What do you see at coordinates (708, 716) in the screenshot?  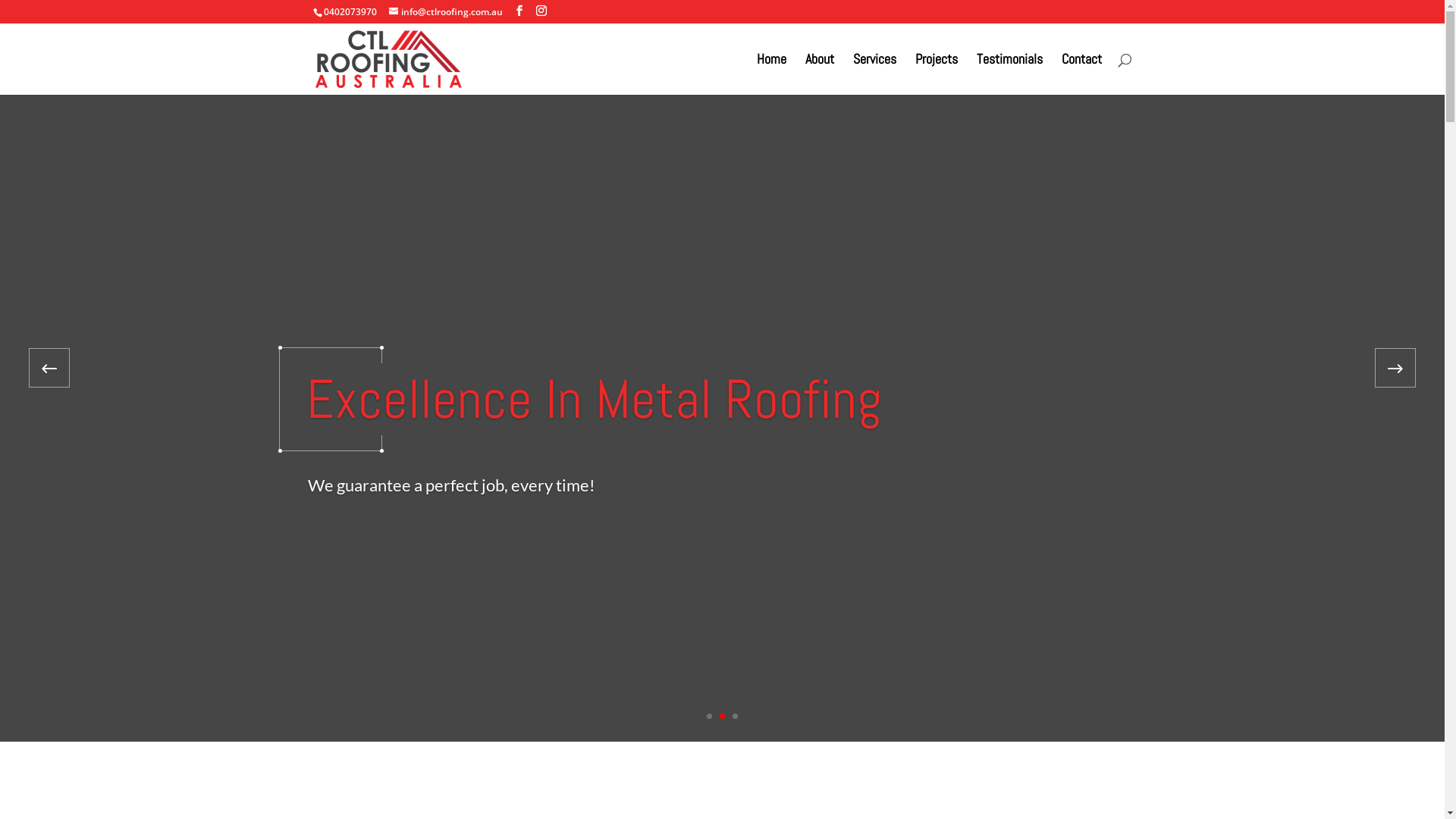 I see `'1'` at bounding box center [708, 716].